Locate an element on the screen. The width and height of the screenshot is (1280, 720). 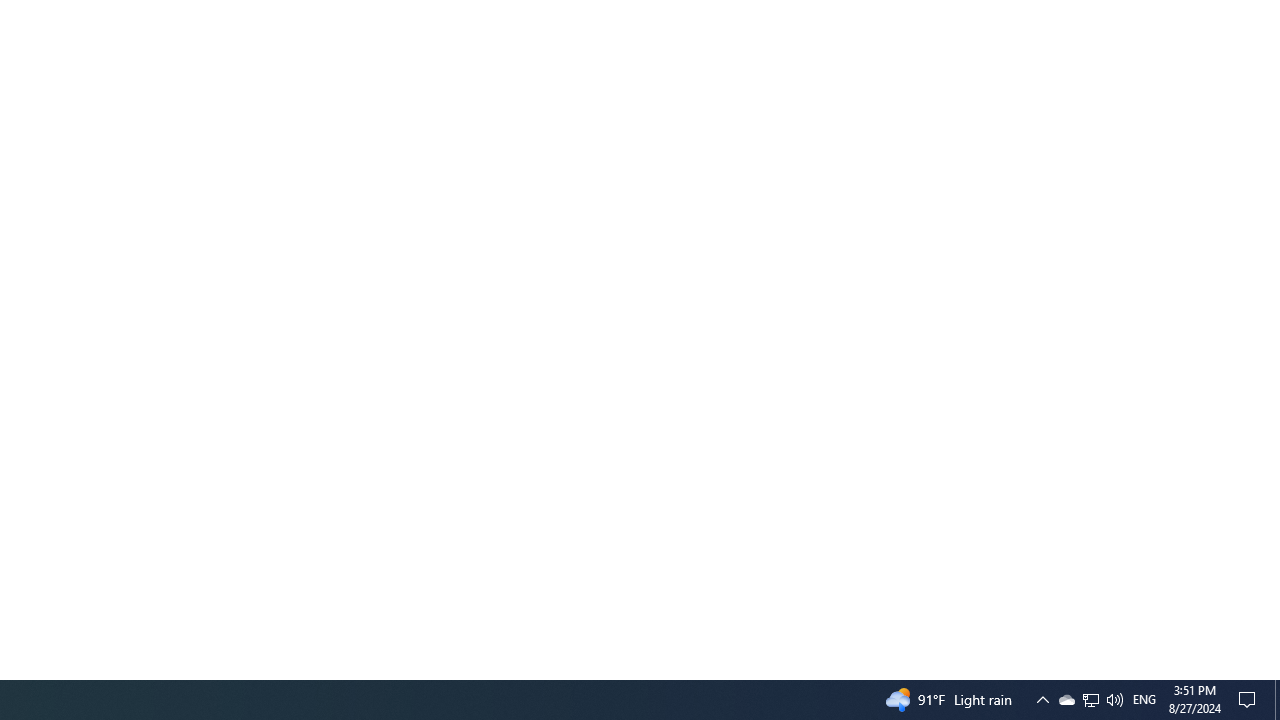
'Action Center, No new notifications' is located at coordinates (1250, 698).